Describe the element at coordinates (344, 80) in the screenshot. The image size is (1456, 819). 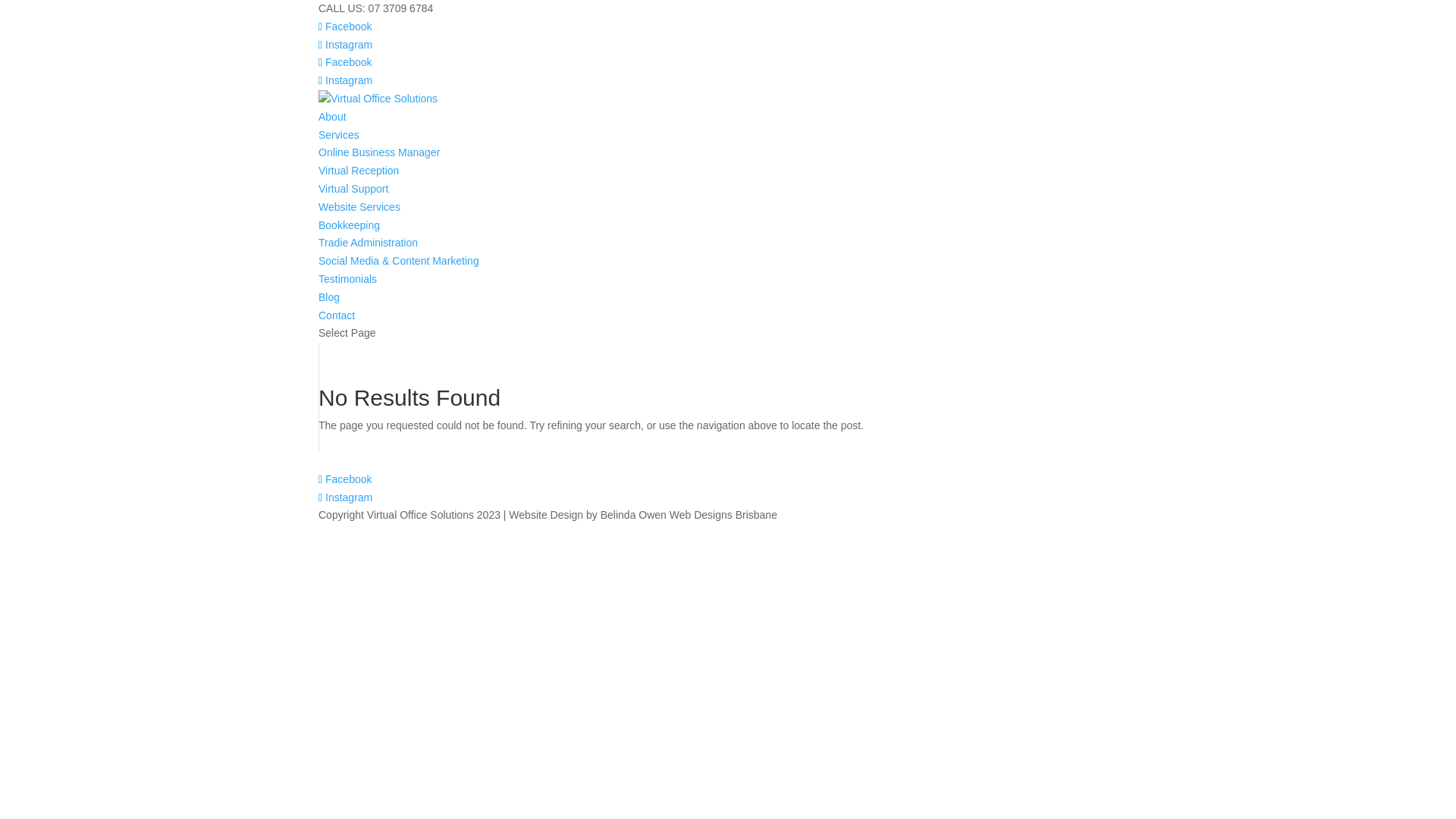
I see `'Instagram'` at that location.